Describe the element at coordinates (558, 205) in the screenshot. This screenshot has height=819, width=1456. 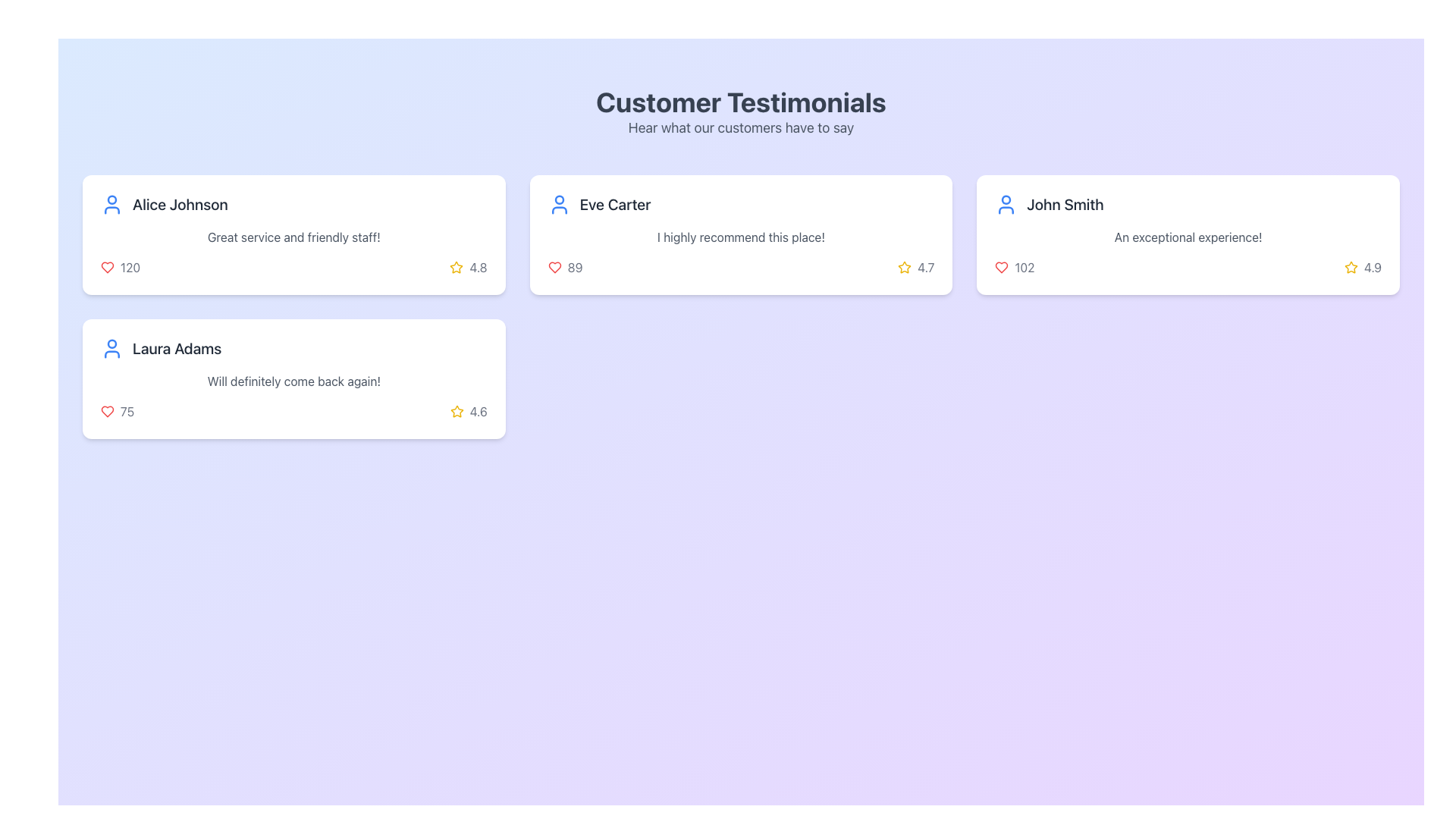
I see `the user profile icon representing 'Eve Carter', which is positioned to the left of the text 'Eve Carter'` at that location.